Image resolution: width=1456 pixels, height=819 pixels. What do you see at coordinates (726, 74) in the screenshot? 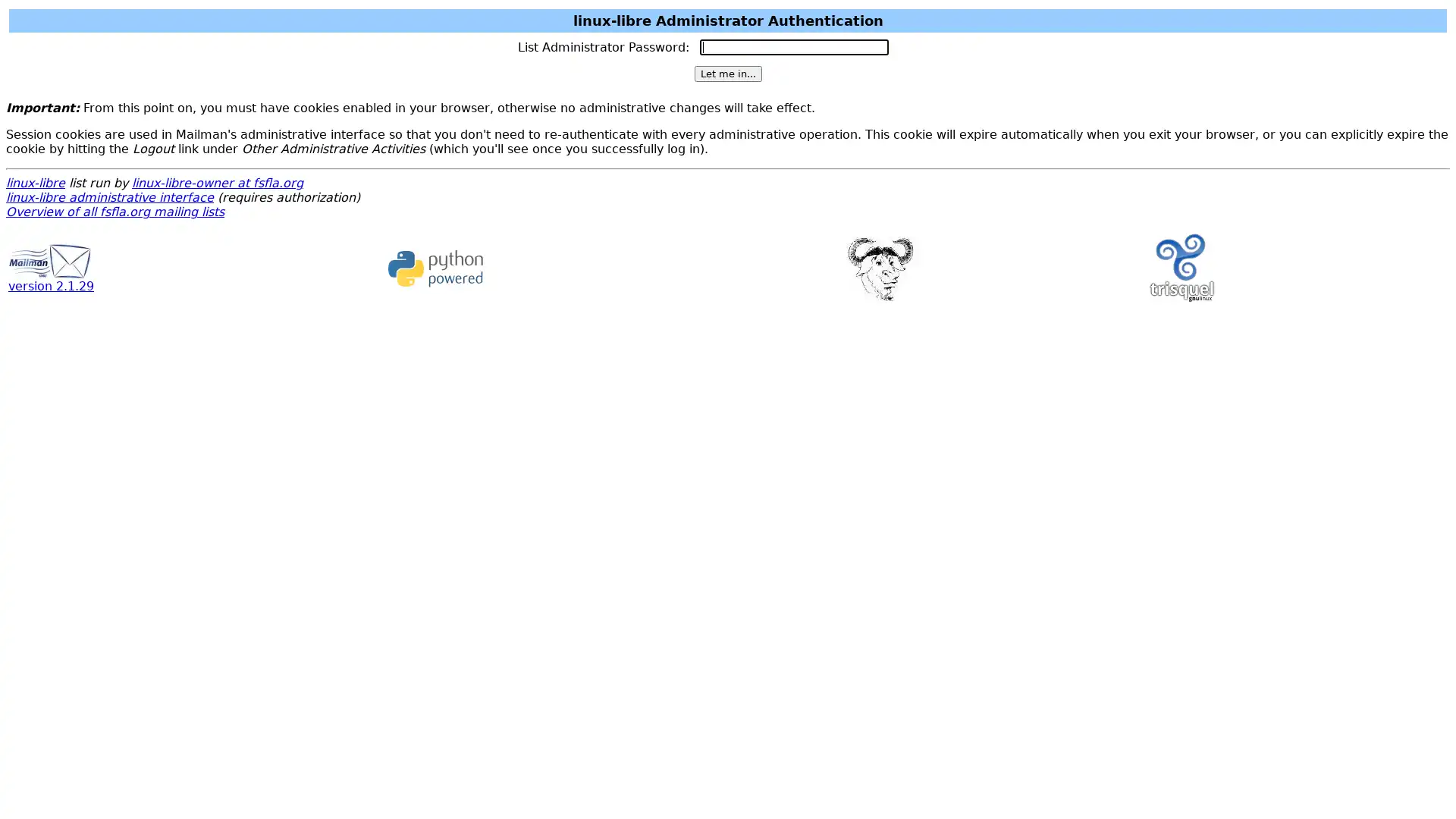
I see `Let me in...` at bounding box center [726, 74].